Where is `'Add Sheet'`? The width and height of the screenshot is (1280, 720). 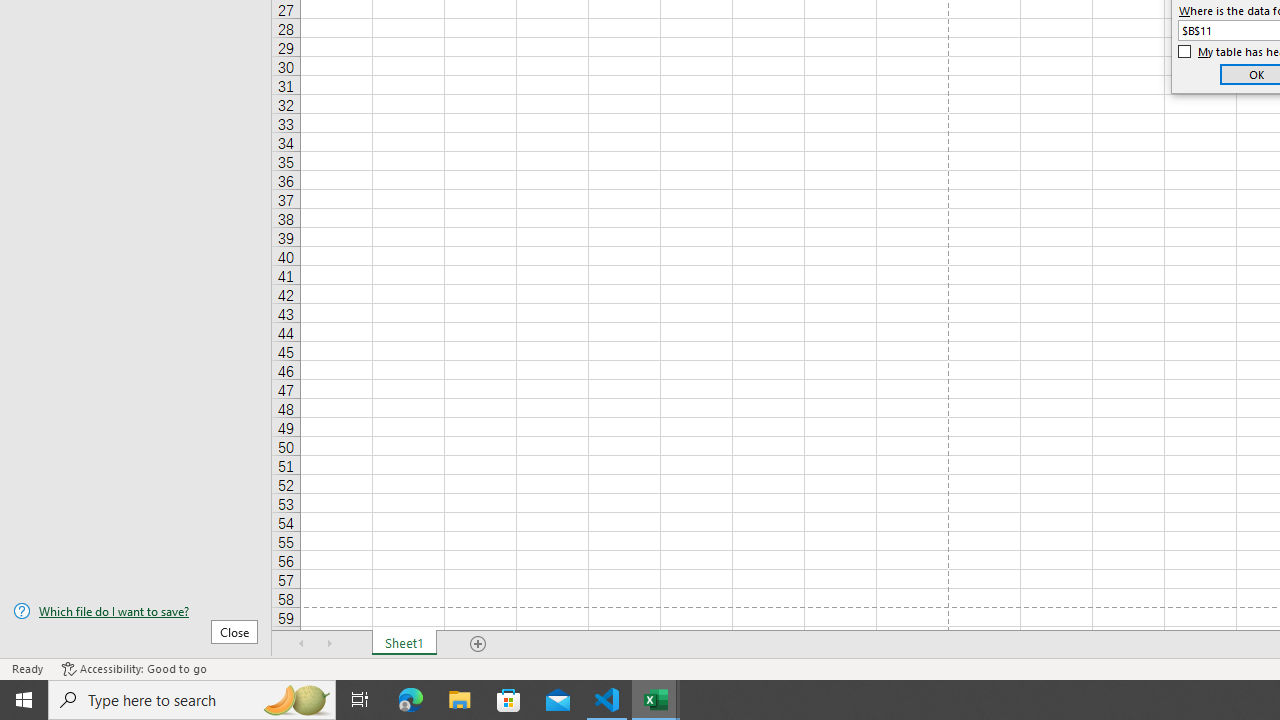
'Add Sheet' is located at coordinates (477, 644).